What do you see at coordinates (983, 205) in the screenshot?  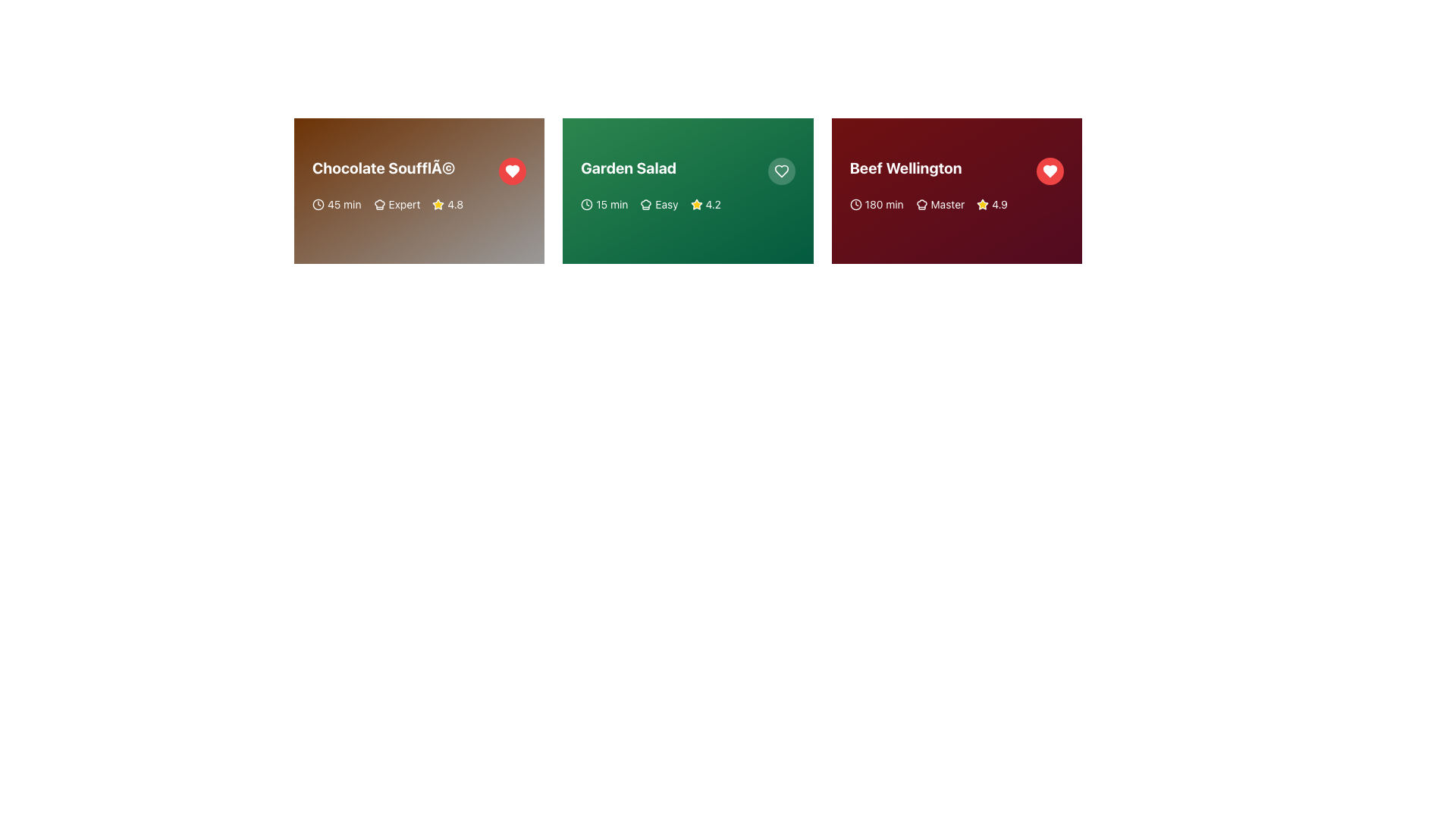 I see `the star icon representing the rating for the 'Beef Wellington' recipe card, which is located near the rating value '4.9' in the bottom right corner` at bounding box center [983, 205].